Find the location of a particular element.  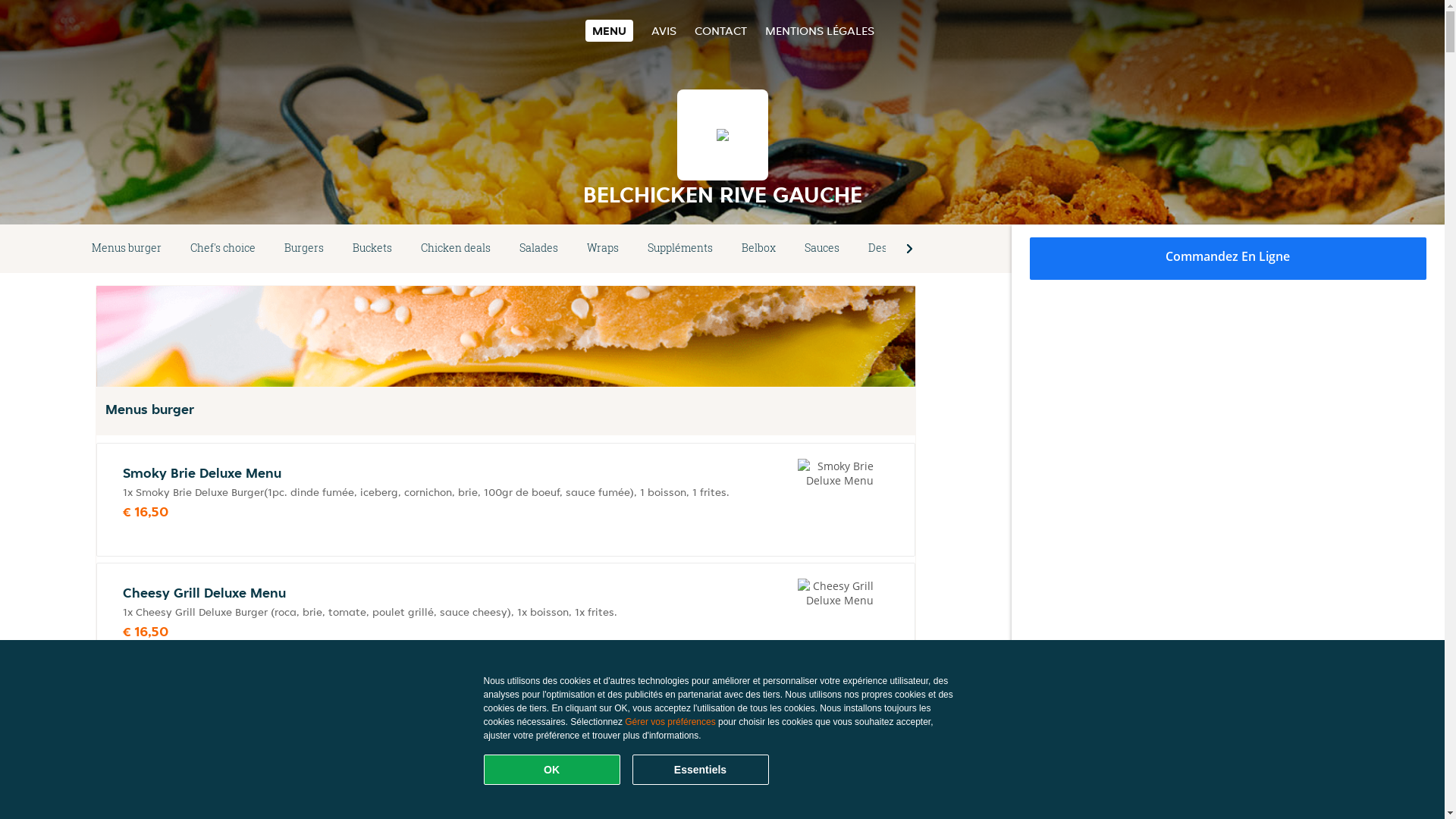

'Chef's choice' is located at coordinates (221, 247).